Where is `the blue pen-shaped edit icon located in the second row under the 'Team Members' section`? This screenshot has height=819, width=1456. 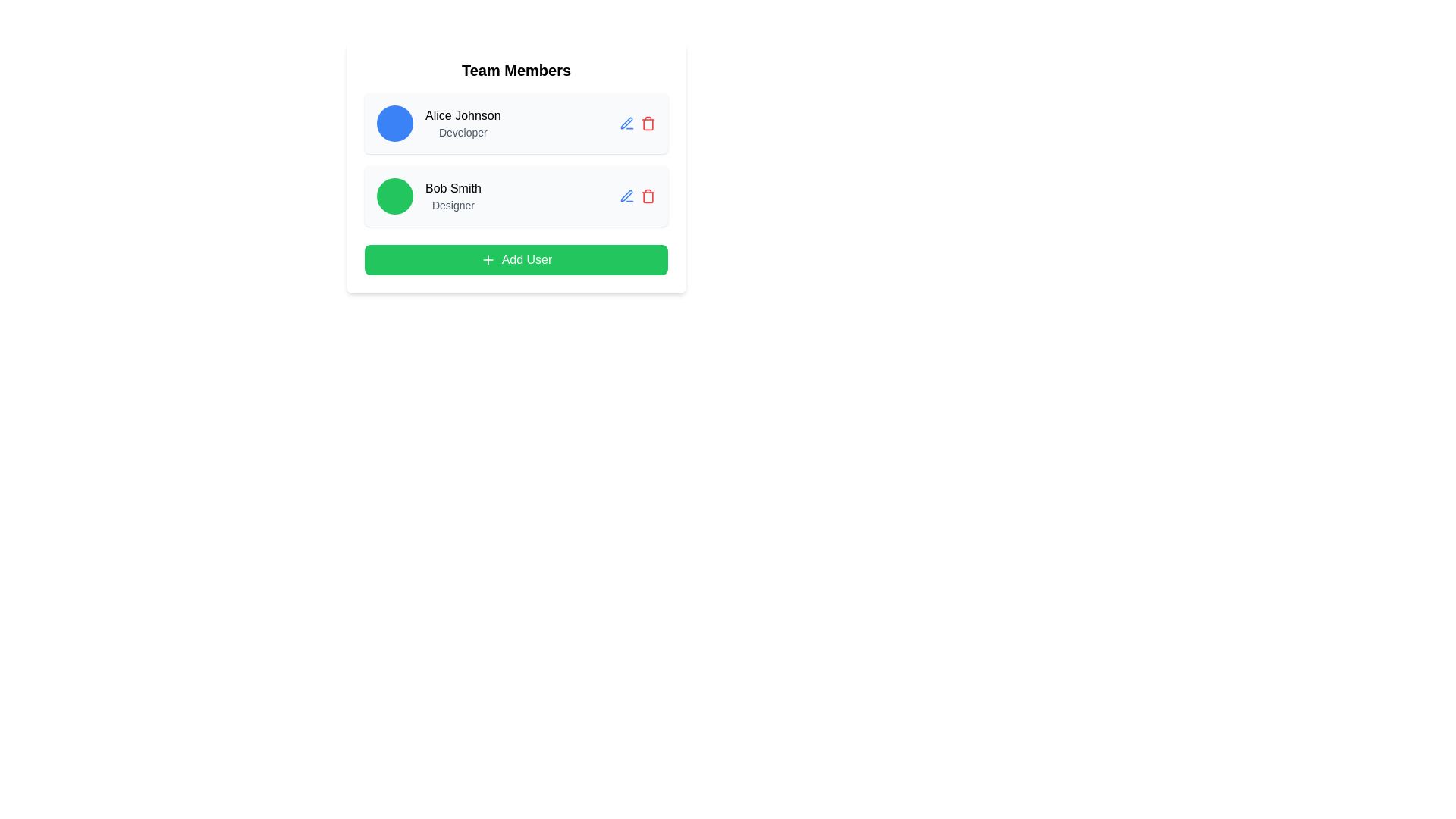
the blue pen-shaped edit icon located in the second row under the 'Team Members' section is located at coordinates (626, 122).